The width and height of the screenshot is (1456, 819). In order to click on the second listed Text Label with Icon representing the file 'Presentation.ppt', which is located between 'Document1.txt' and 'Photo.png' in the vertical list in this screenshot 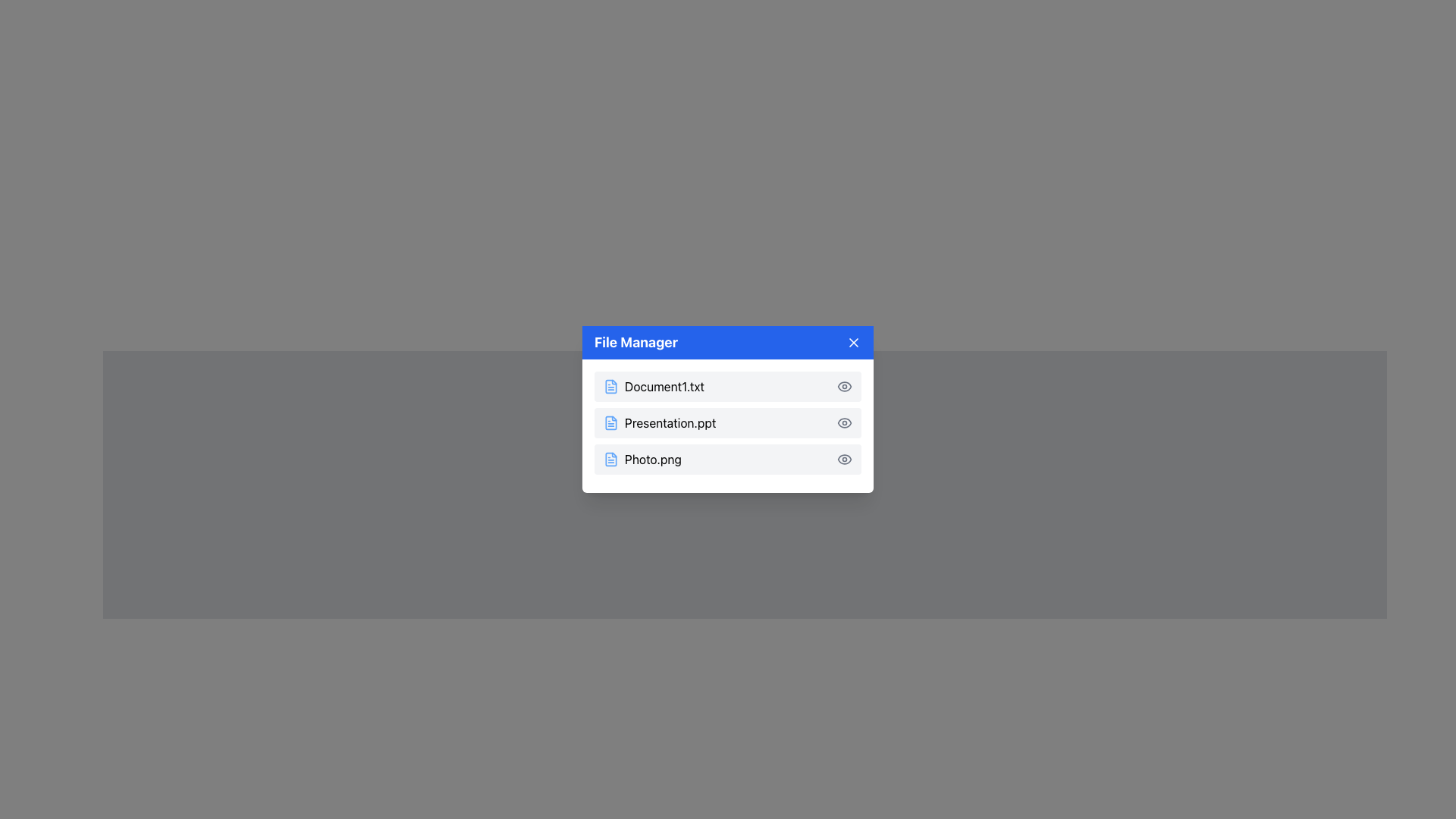, I will do `click(660, 423)`.